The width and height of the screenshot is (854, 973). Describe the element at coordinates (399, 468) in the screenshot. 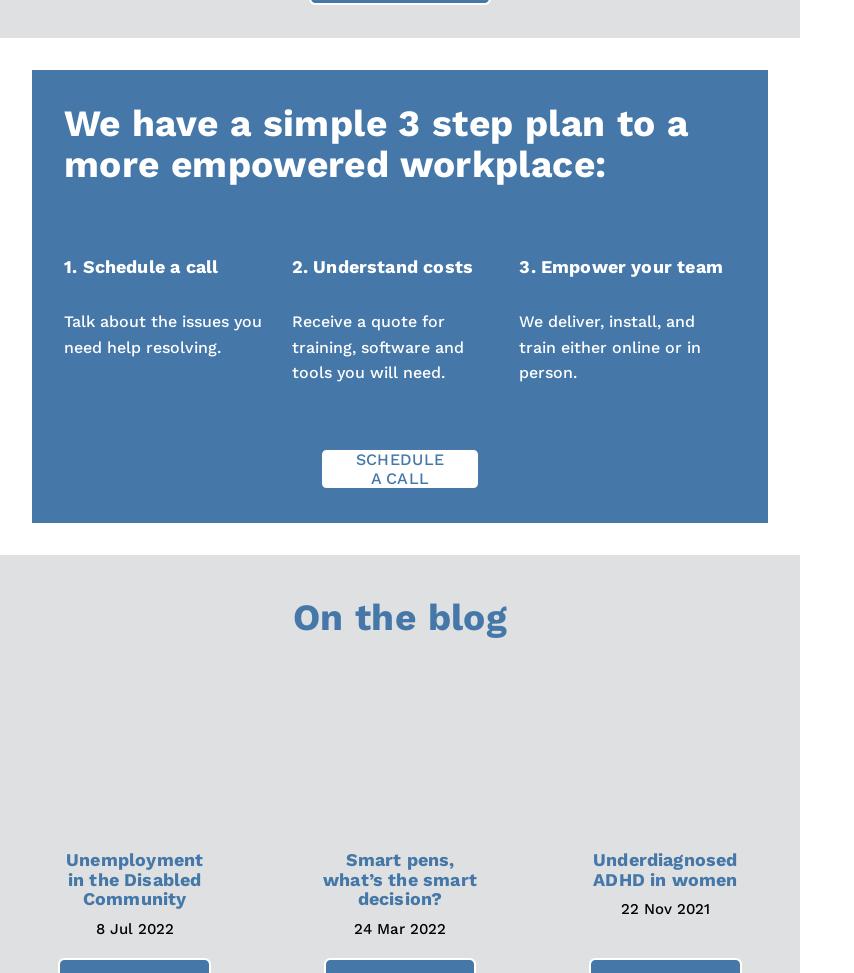

I see `'SCHEDULE A CALL'` at that location.